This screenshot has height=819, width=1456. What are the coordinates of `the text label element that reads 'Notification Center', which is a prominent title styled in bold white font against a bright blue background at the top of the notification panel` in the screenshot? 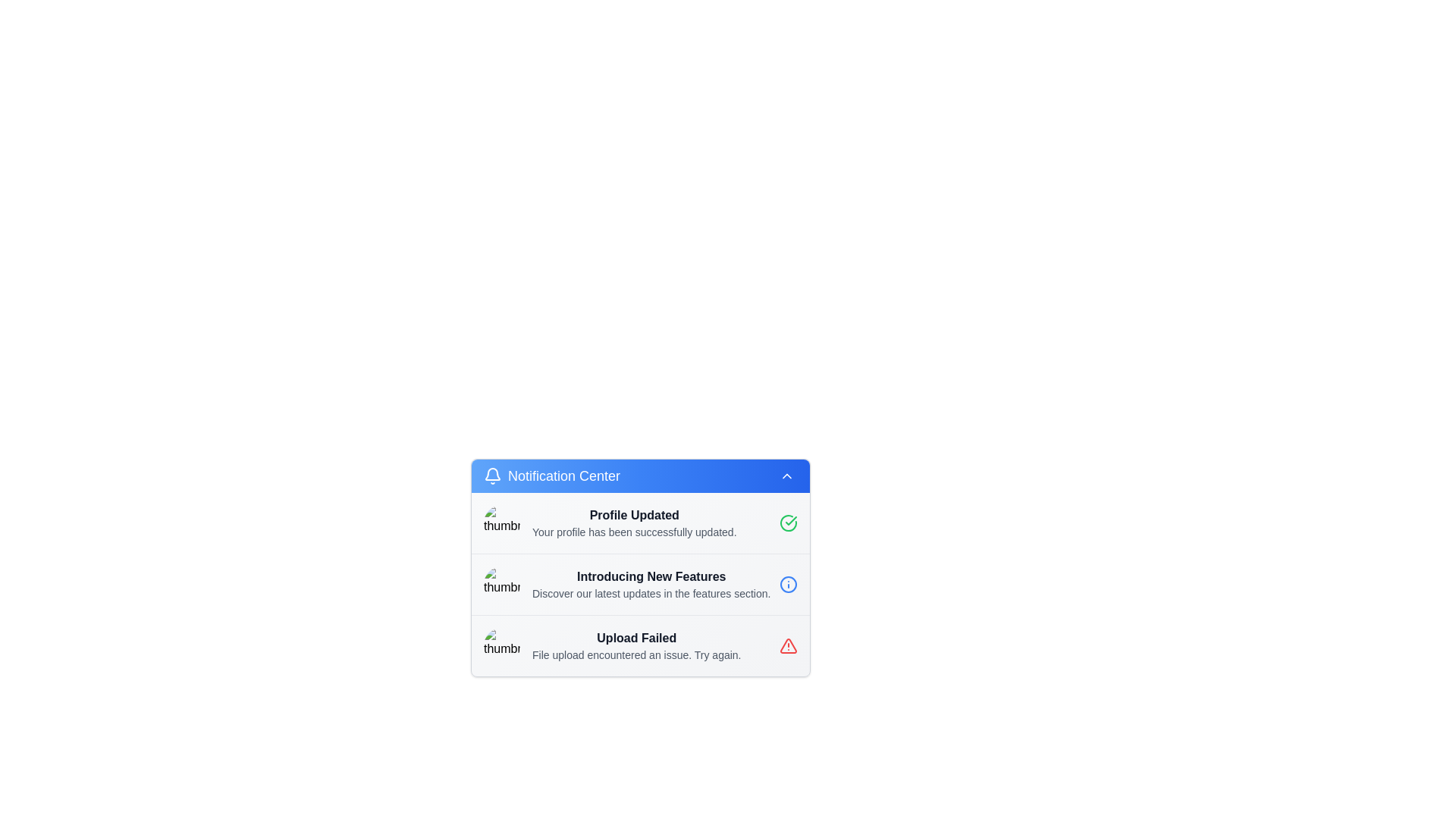 It's located at (563, 475).